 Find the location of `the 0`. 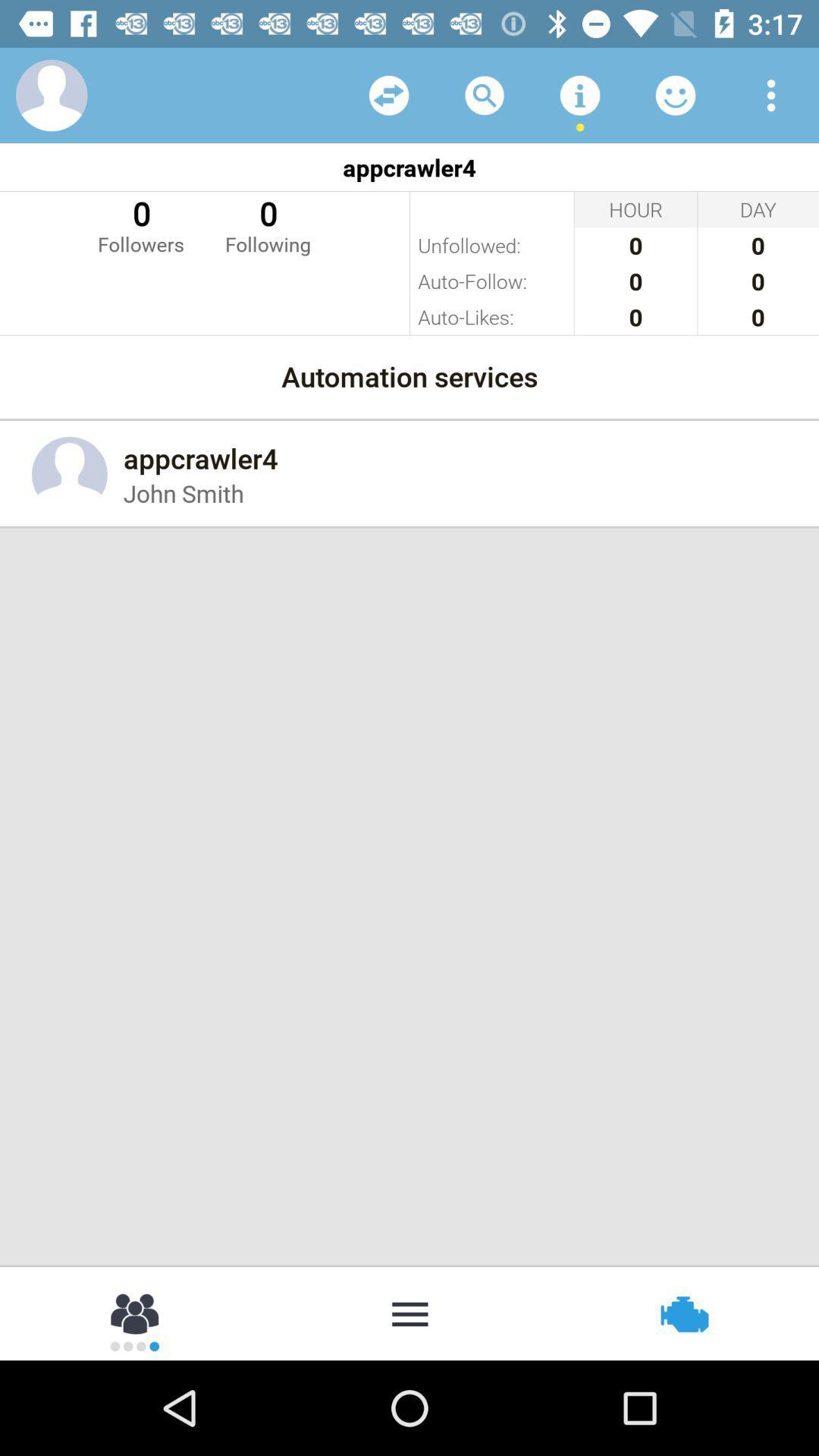

the 0 is located at coordinates (267, 224).